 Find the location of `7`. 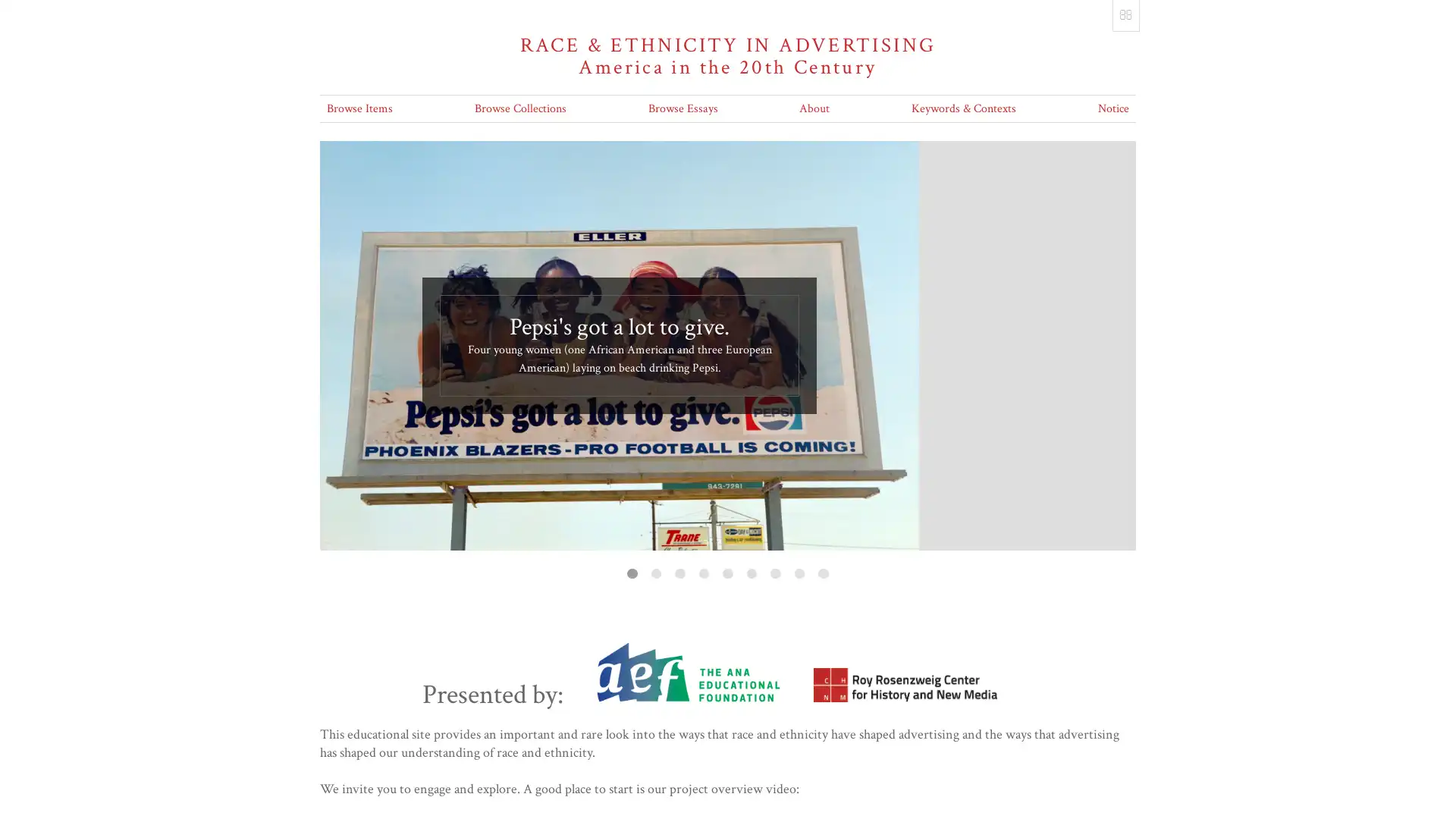

7 is located at coordinates (775, 573).